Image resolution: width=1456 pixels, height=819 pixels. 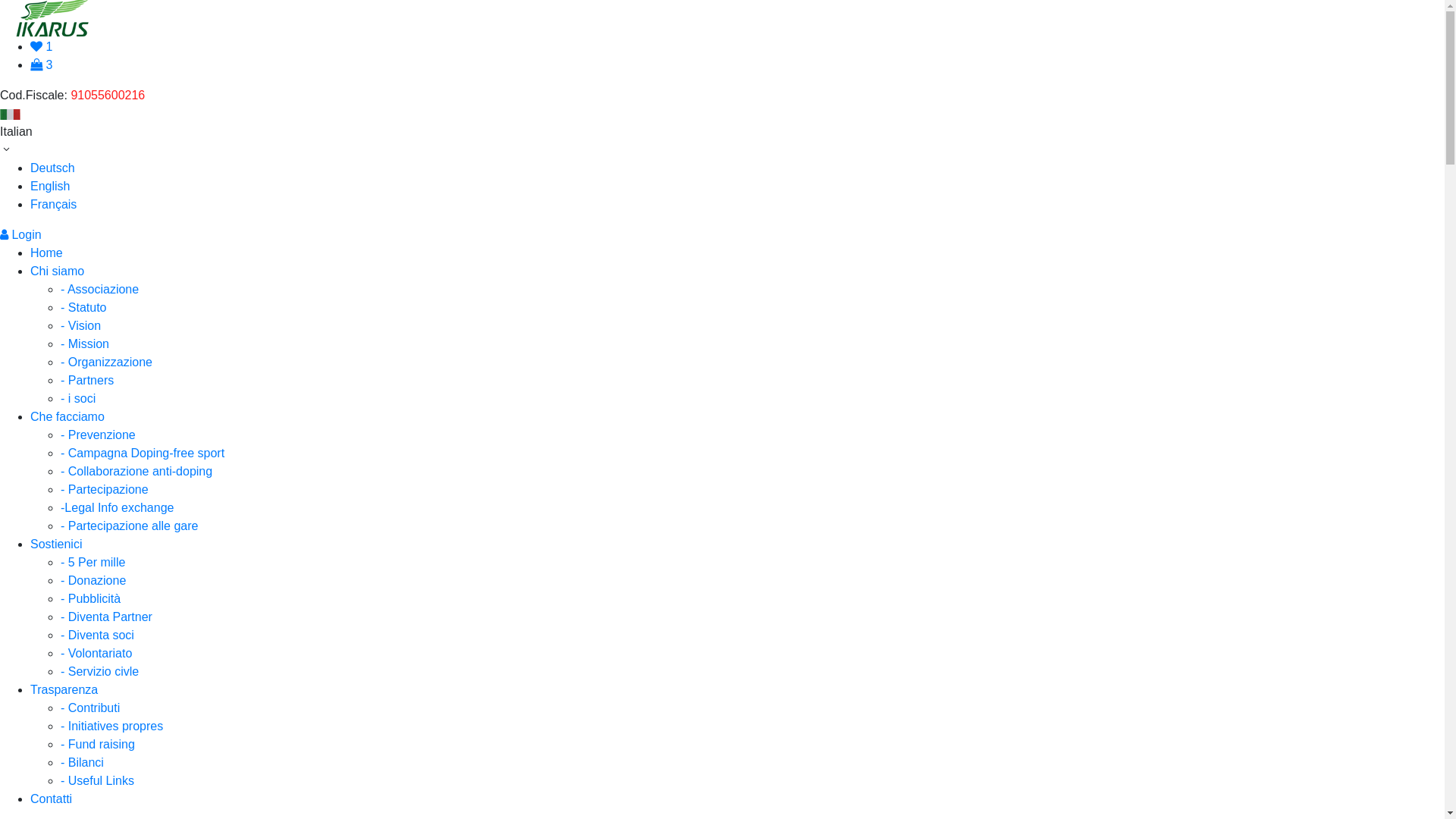 What do you see at coordinates (61, 617) in the screenshot?
I see `'- Diventa Partner'` at bounding box center [61, 617].